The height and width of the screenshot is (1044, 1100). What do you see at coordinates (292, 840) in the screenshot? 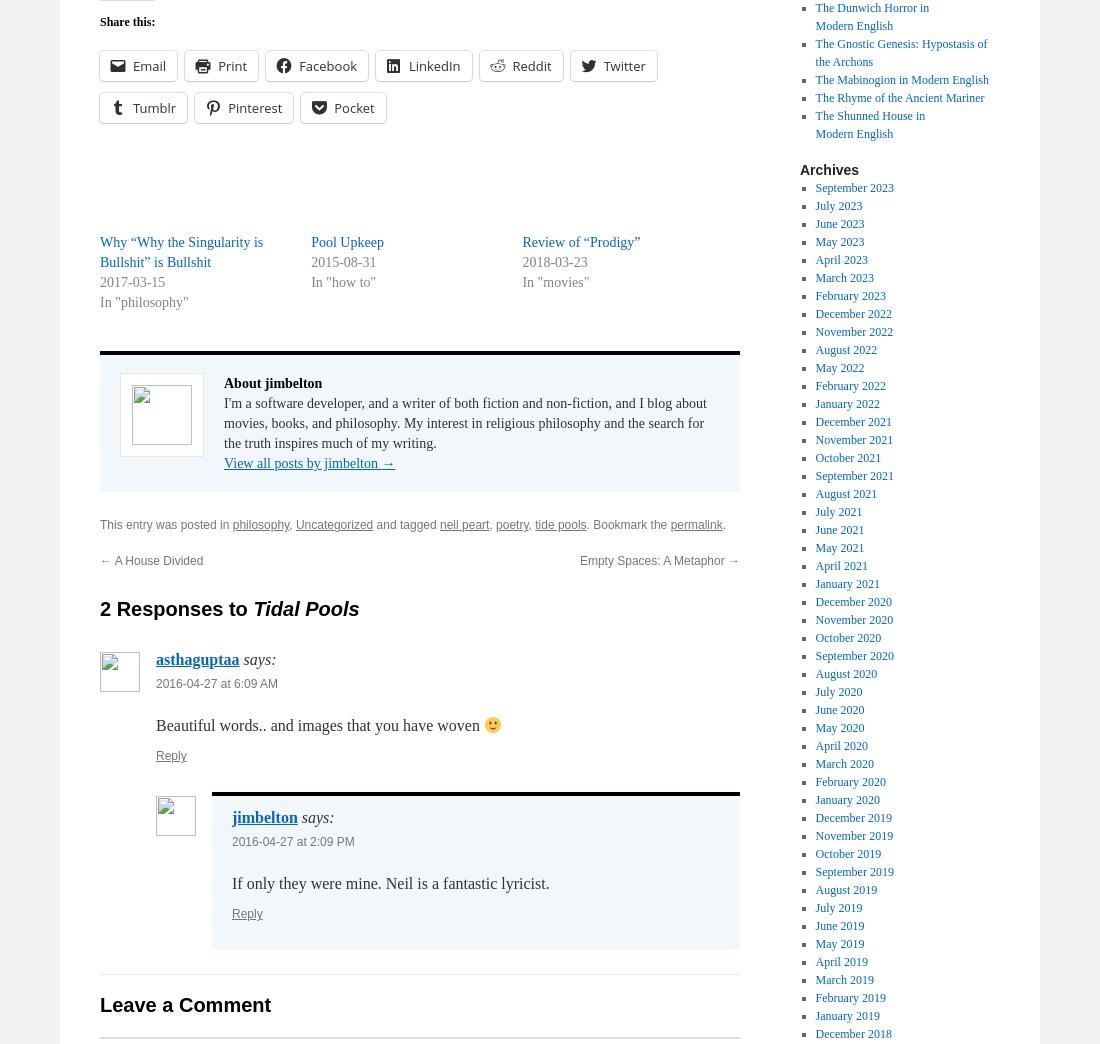
I see `'2016-04-27 at 2:09 PM'` at bounding box center [292, 840].